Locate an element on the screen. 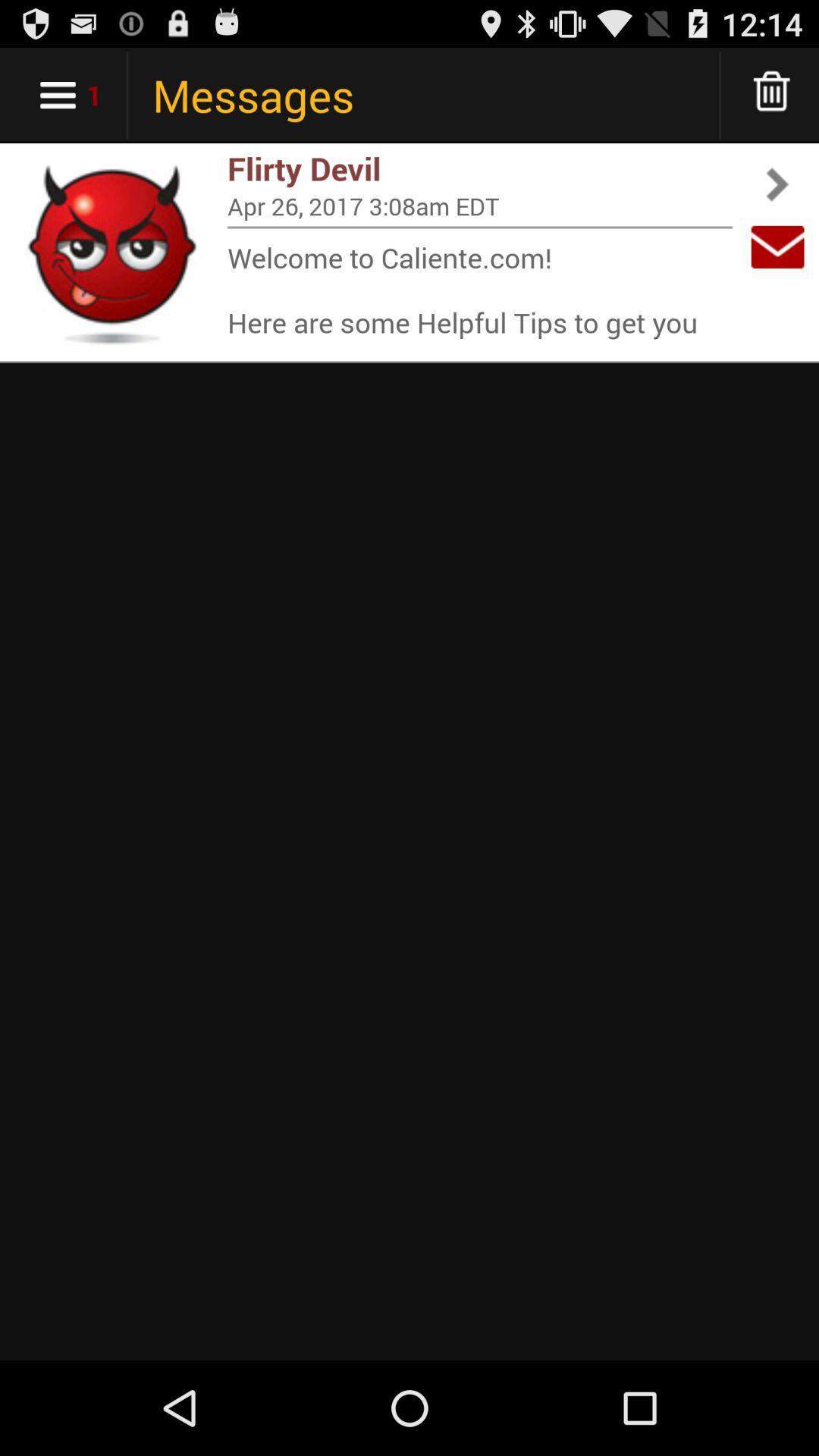 This screenshot has height=1456, width=819. delete message is located at coordinates (772, 94).